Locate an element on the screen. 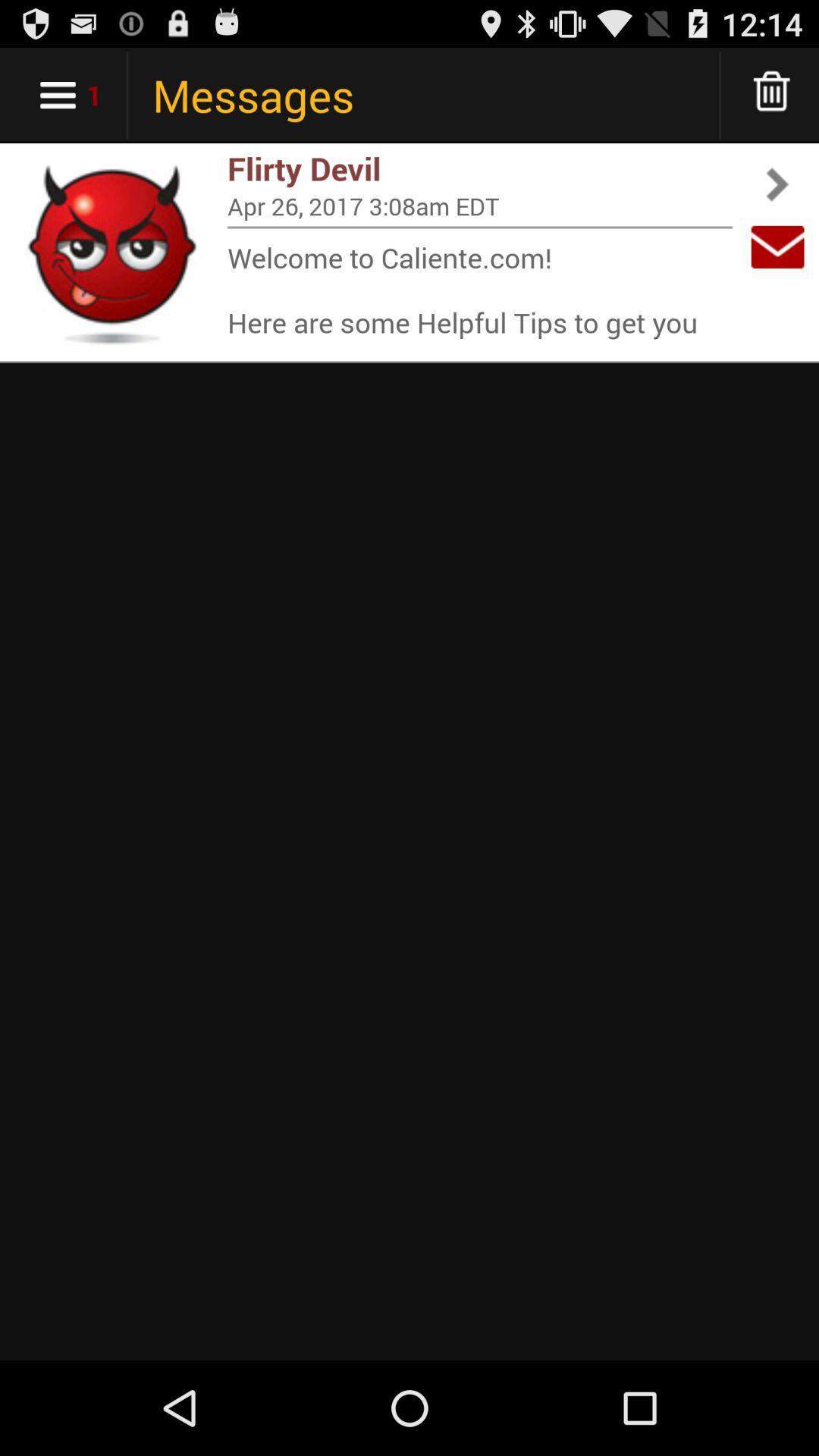 This screenshot has height=1456, width=819. delete message is located at coordinates (772, 94).